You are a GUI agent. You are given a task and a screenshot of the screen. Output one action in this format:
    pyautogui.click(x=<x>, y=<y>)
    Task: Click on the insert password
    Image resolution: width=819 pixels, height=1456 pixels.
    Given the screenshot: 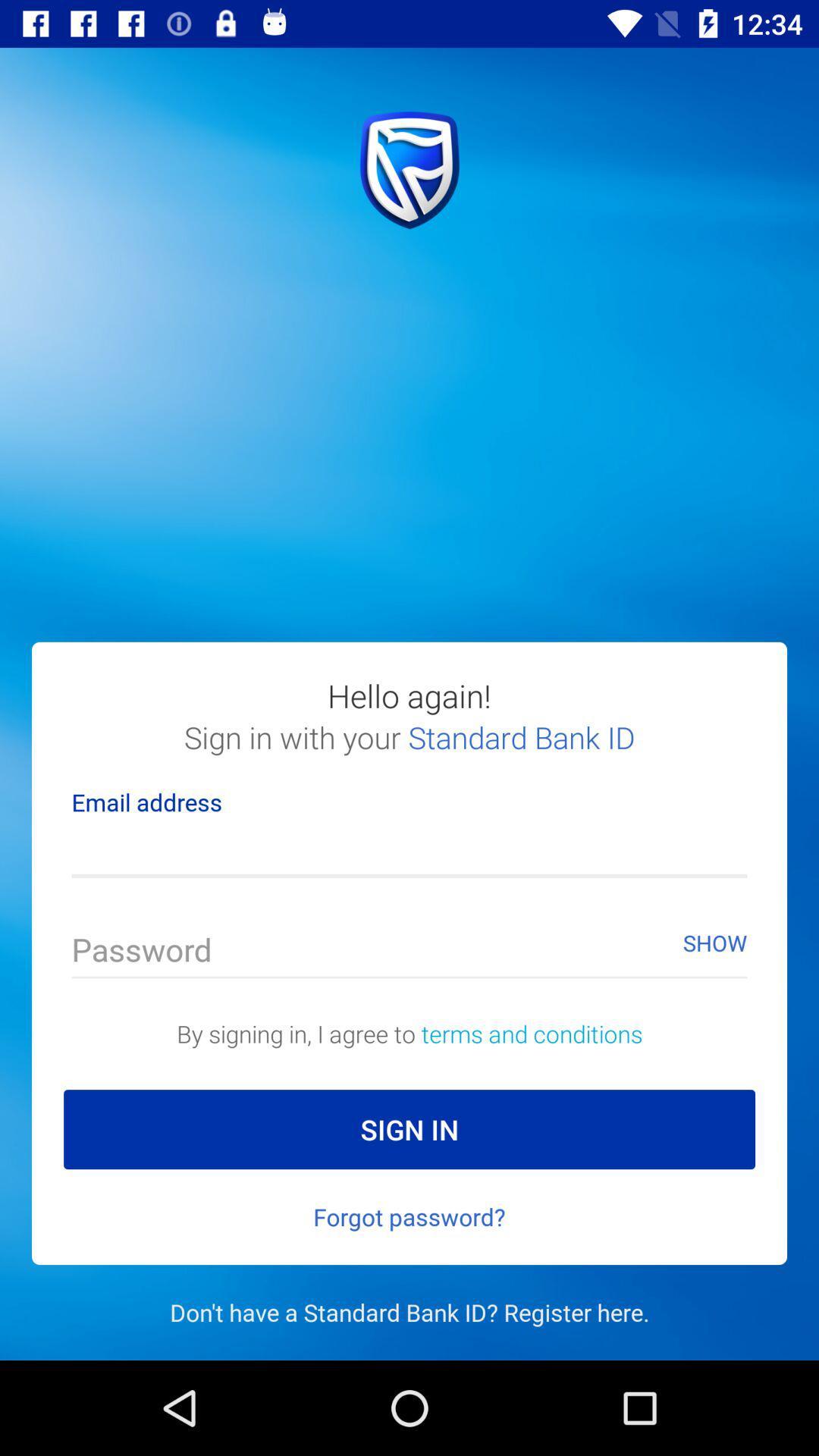 What is the action you would take?
    pyautogui.click(x=409, y=952)
    